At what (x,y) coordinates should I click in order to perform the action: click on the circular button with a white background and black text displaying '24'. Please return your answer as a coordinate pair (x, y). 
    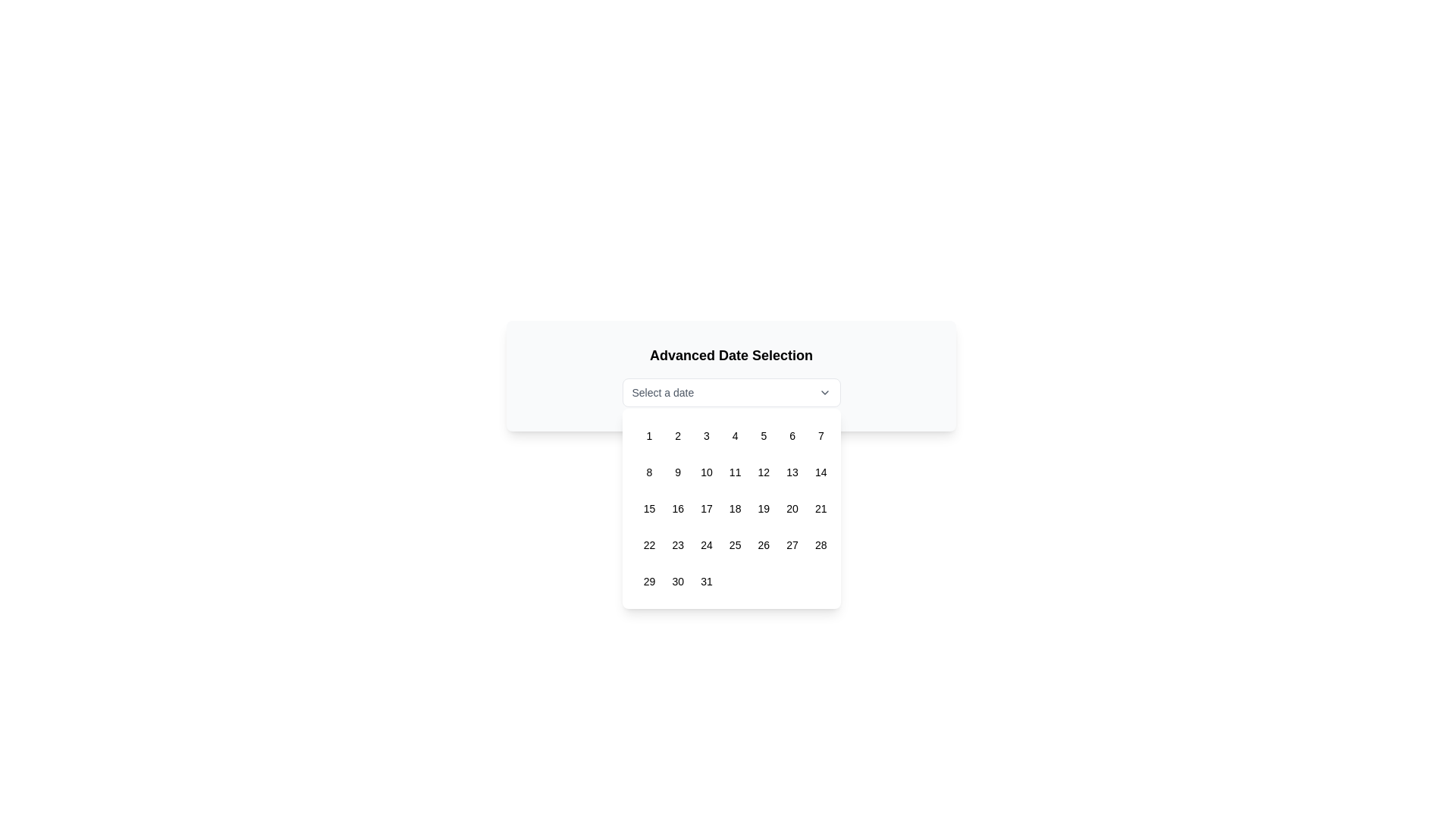
    Looking at the image, I should click on (705, 544).